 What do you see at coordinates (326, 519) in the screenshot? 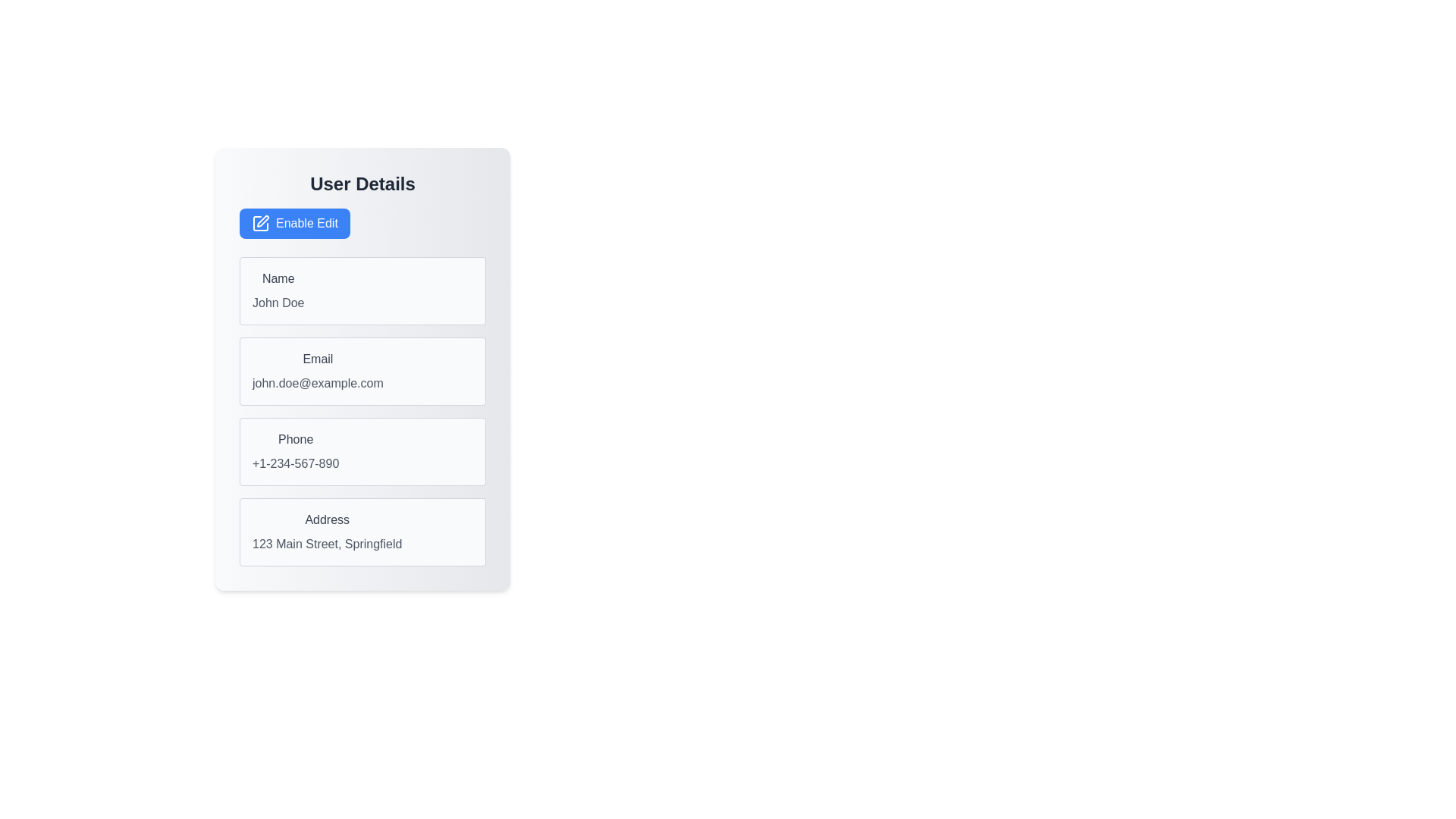
I see `the label indicating the address information, which is located below the 'Phone' information and above the address text '123 Main Street, Springfield.'` at bounding box center [326, 519].